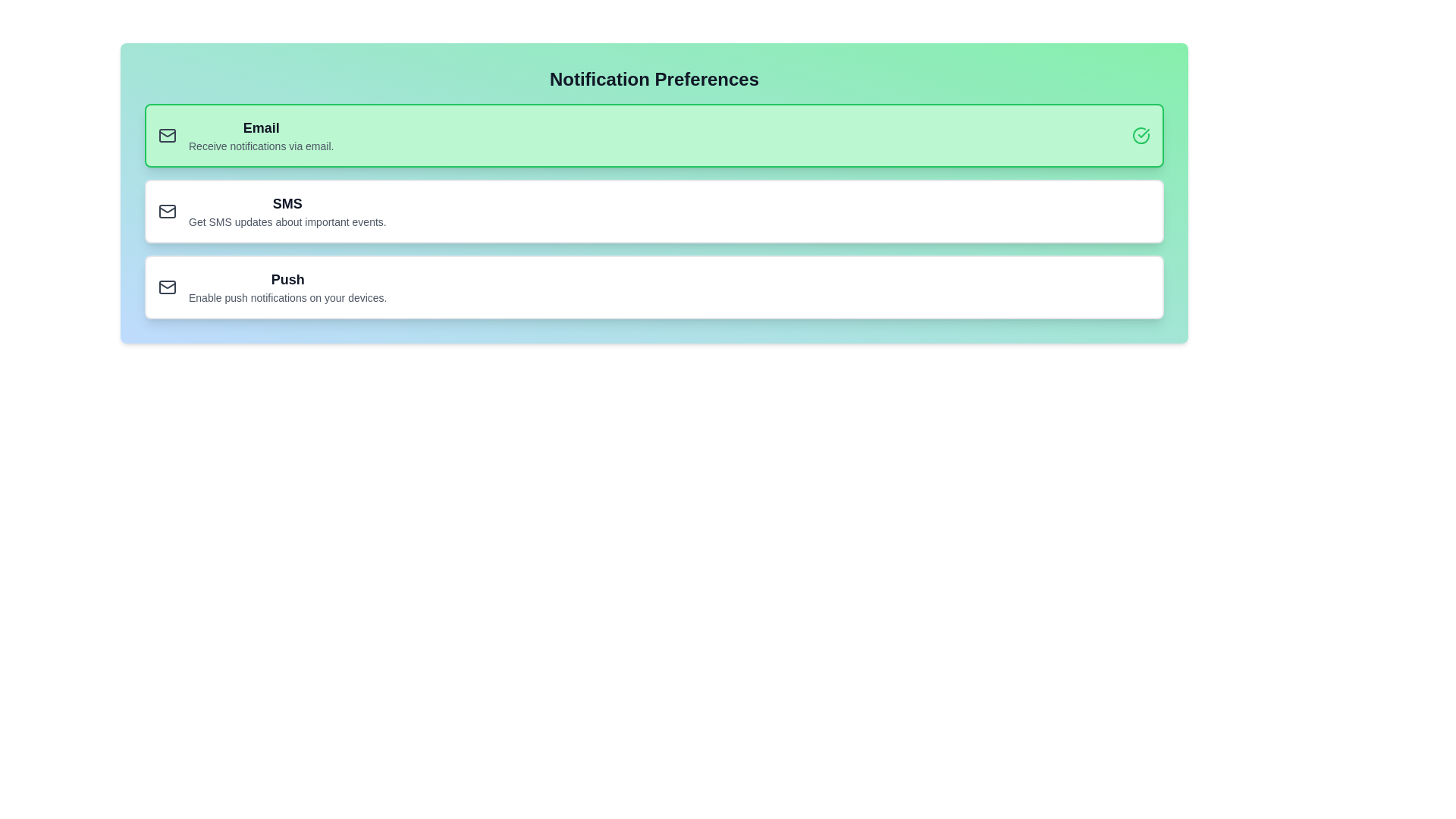 The height and width of the screenshot is (819, 1456). Describe the element at coordinates (654, 211) in the screenshot. I see `the SMS option box, which is the second in the list of notification preferences` at that location.